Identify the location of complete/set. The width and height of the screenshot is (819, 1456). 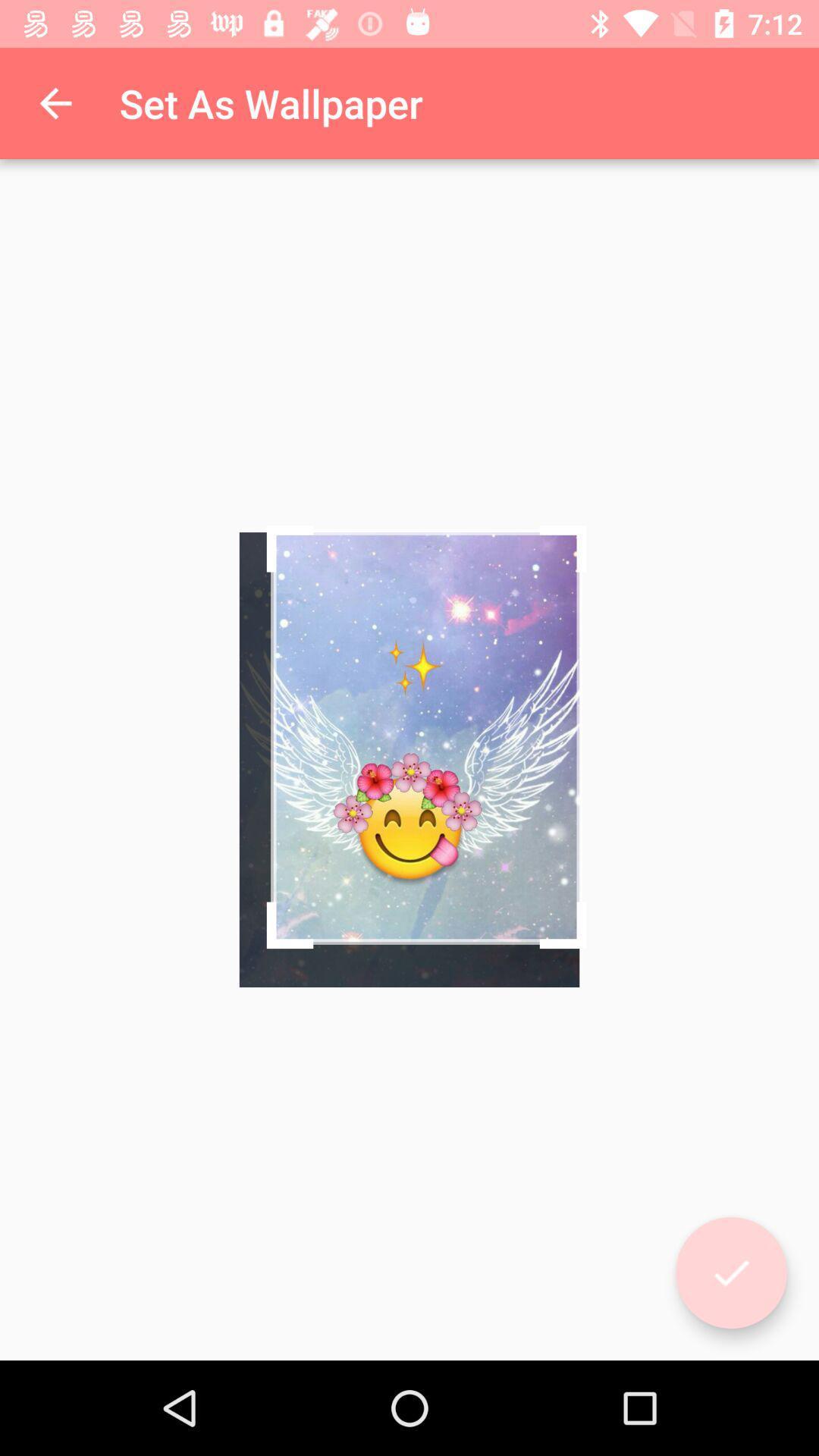
(730, 1272).